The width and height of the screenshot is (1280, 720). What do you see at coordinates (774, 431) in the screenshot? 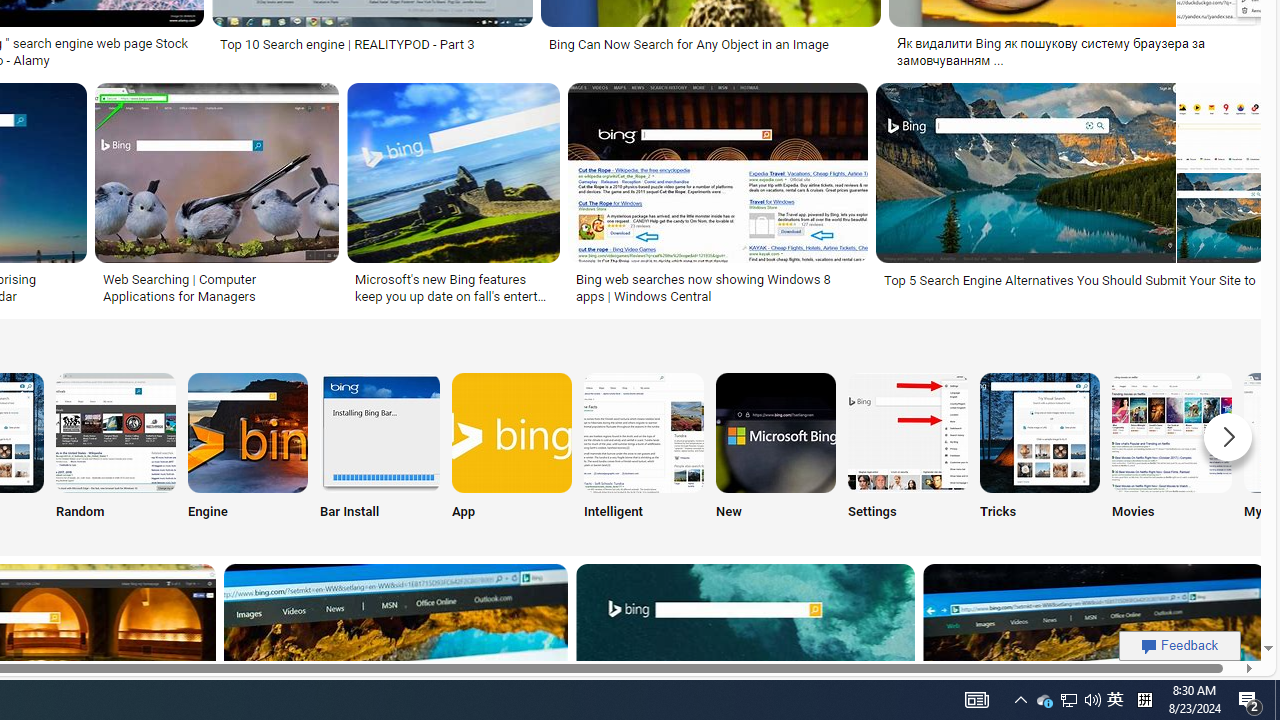
I see `'New Bing Image Search'` at bounding box center [774, 431].